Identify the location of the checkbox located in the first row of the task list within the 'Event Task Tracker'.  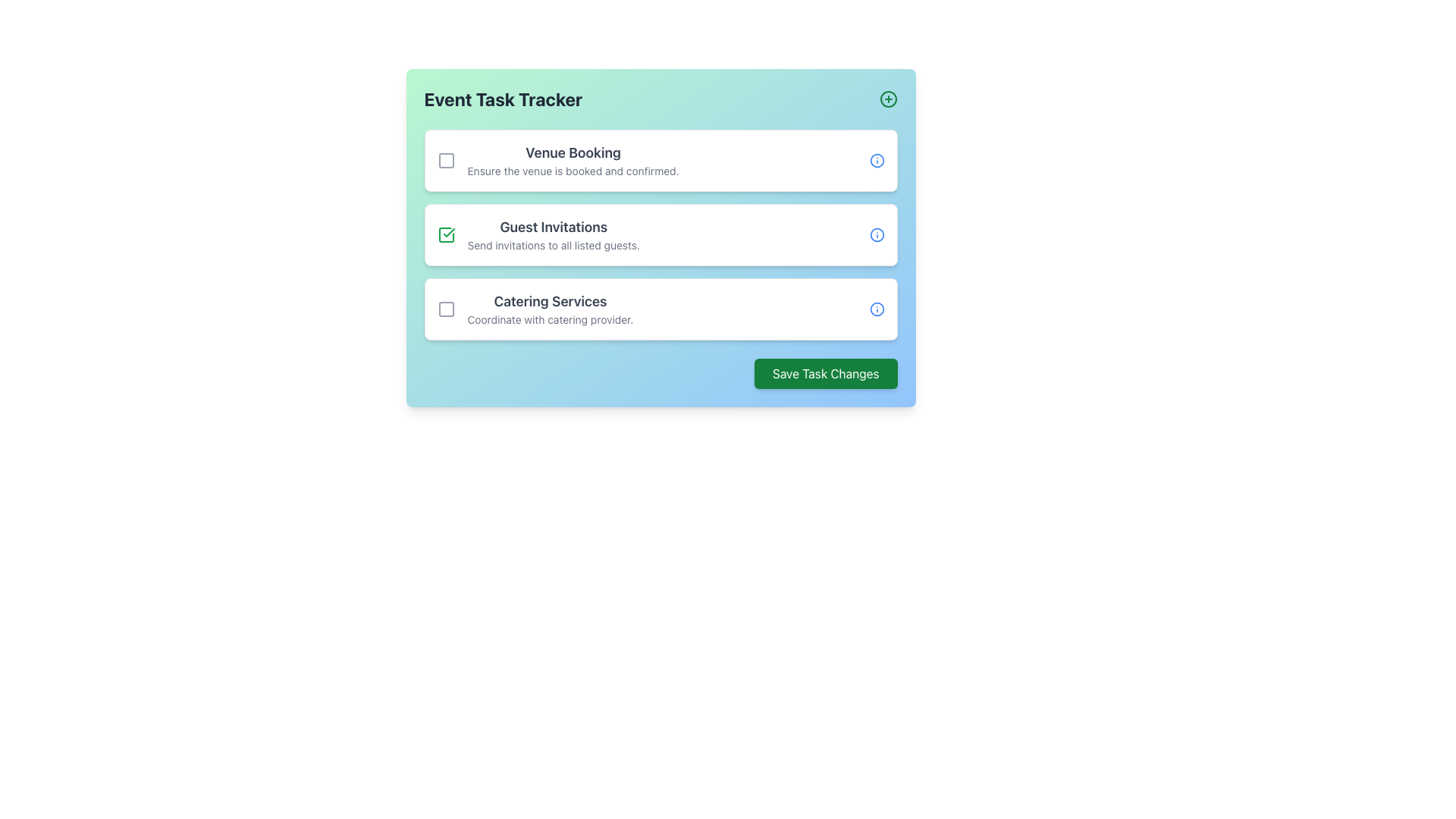
(445, 161).